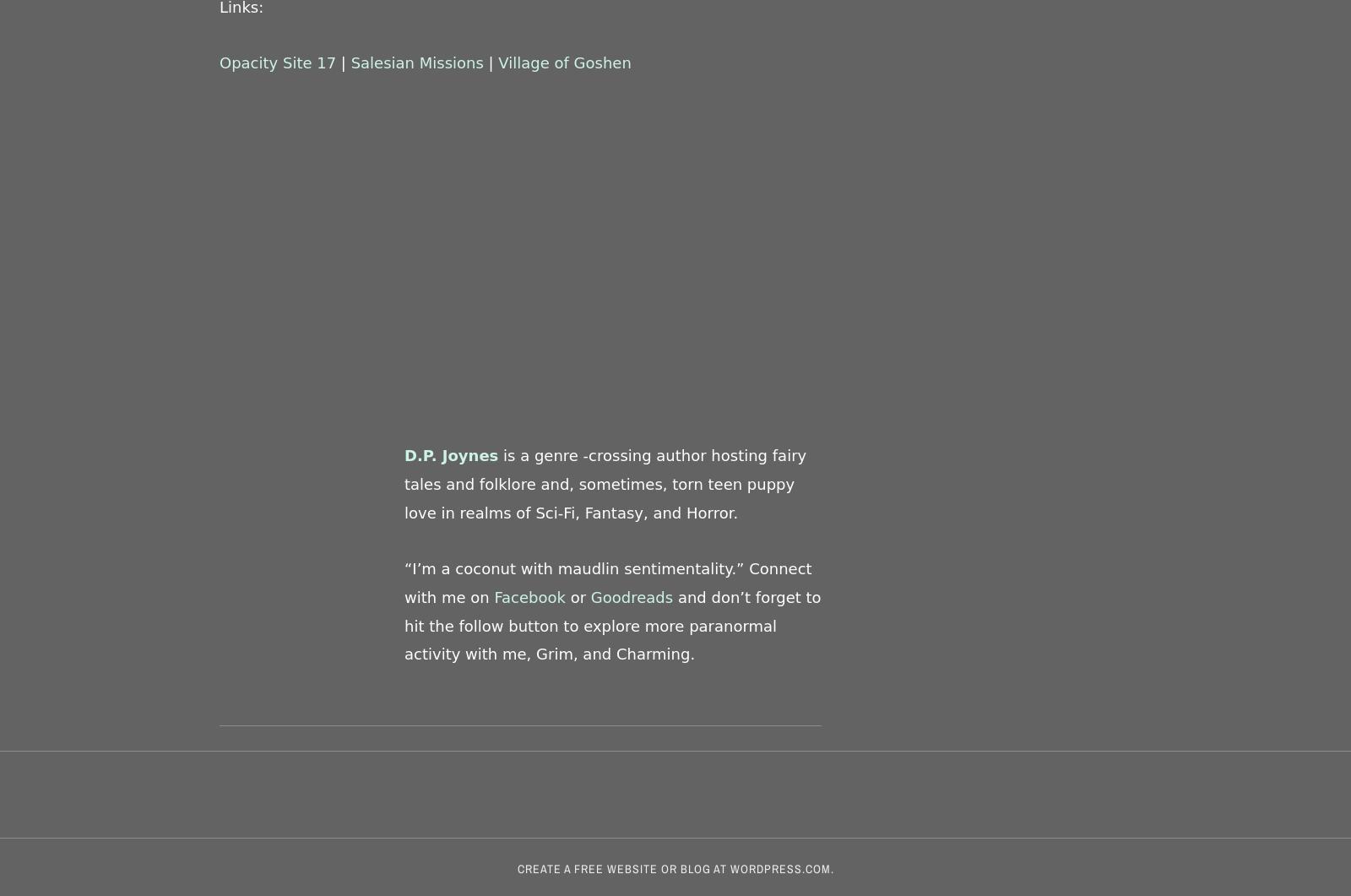  I want to click on 'Facebook', so click(531, 595).